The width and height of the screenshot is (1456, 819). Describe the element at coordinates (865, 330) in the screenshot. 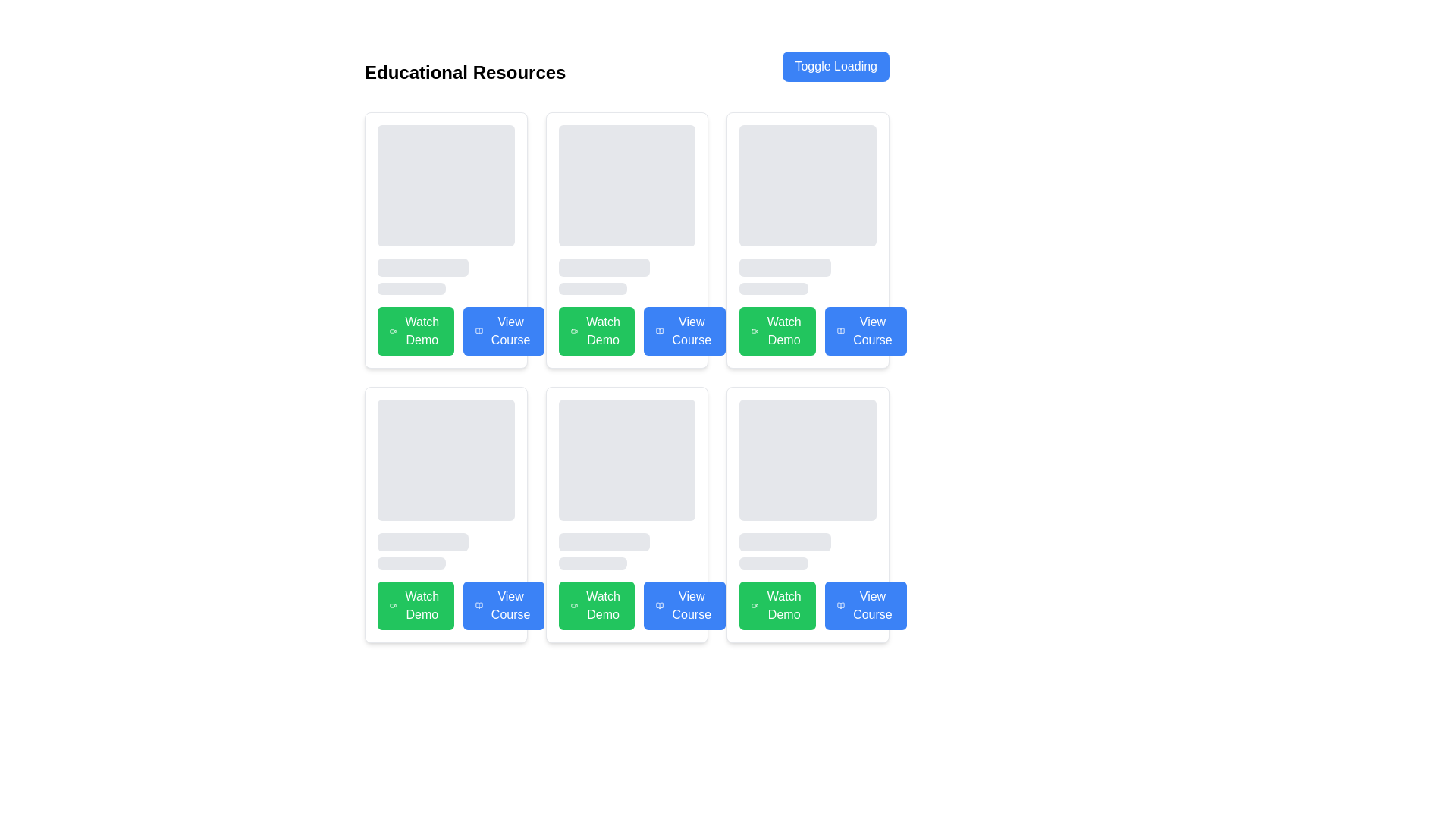

I see `the second button in the group of buttons that includes 'Watch Demo' and 'View Course'` at that location.